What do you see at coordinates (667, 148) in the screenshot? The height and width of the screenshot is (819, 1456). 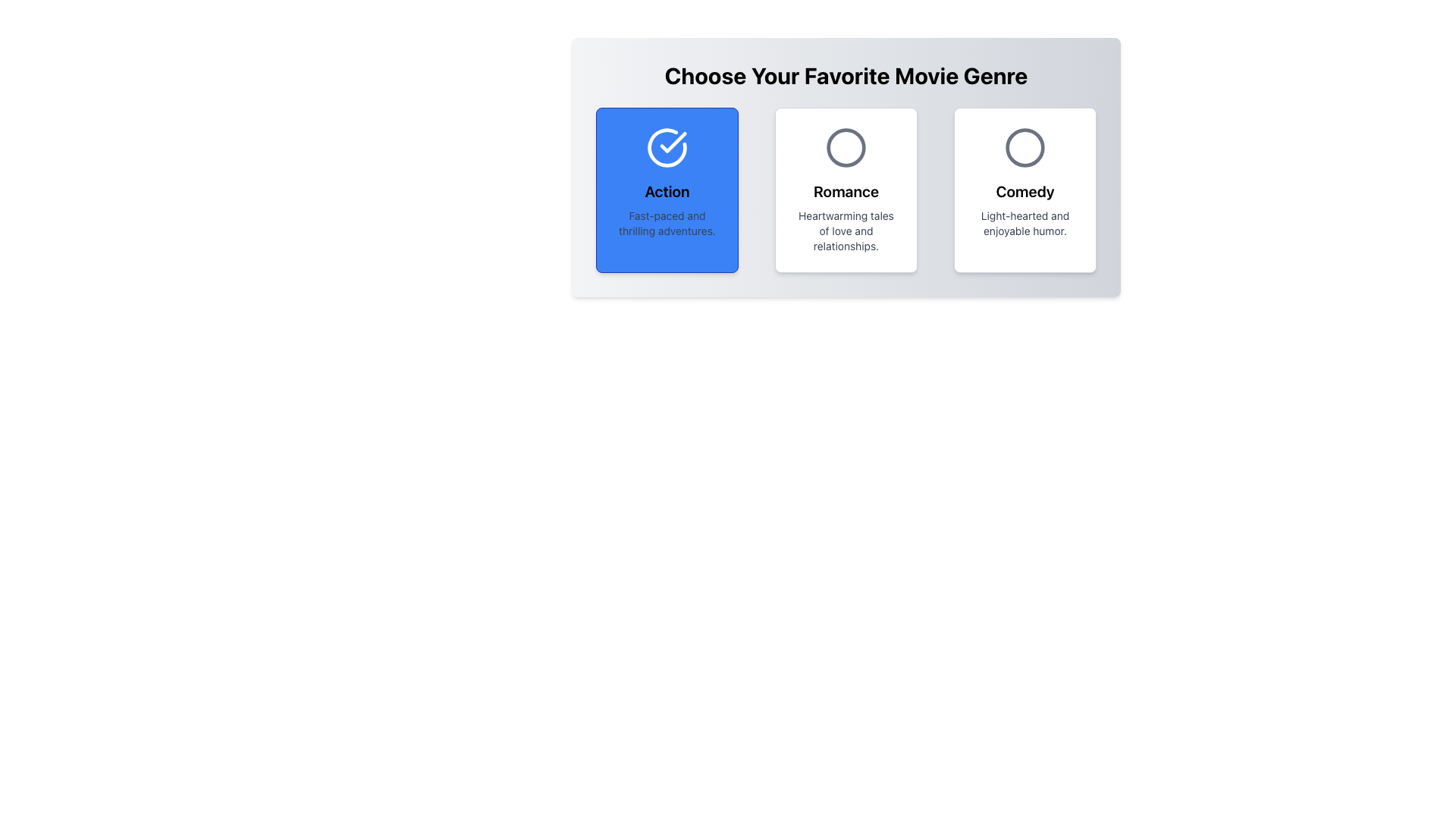 I see `the stylized checkmark icon enclosed within a circle, which is located in the first option box labeled 'Action' in the 'Choose Your Favorite Movie Genre' section` at bounding box center [667, 148].